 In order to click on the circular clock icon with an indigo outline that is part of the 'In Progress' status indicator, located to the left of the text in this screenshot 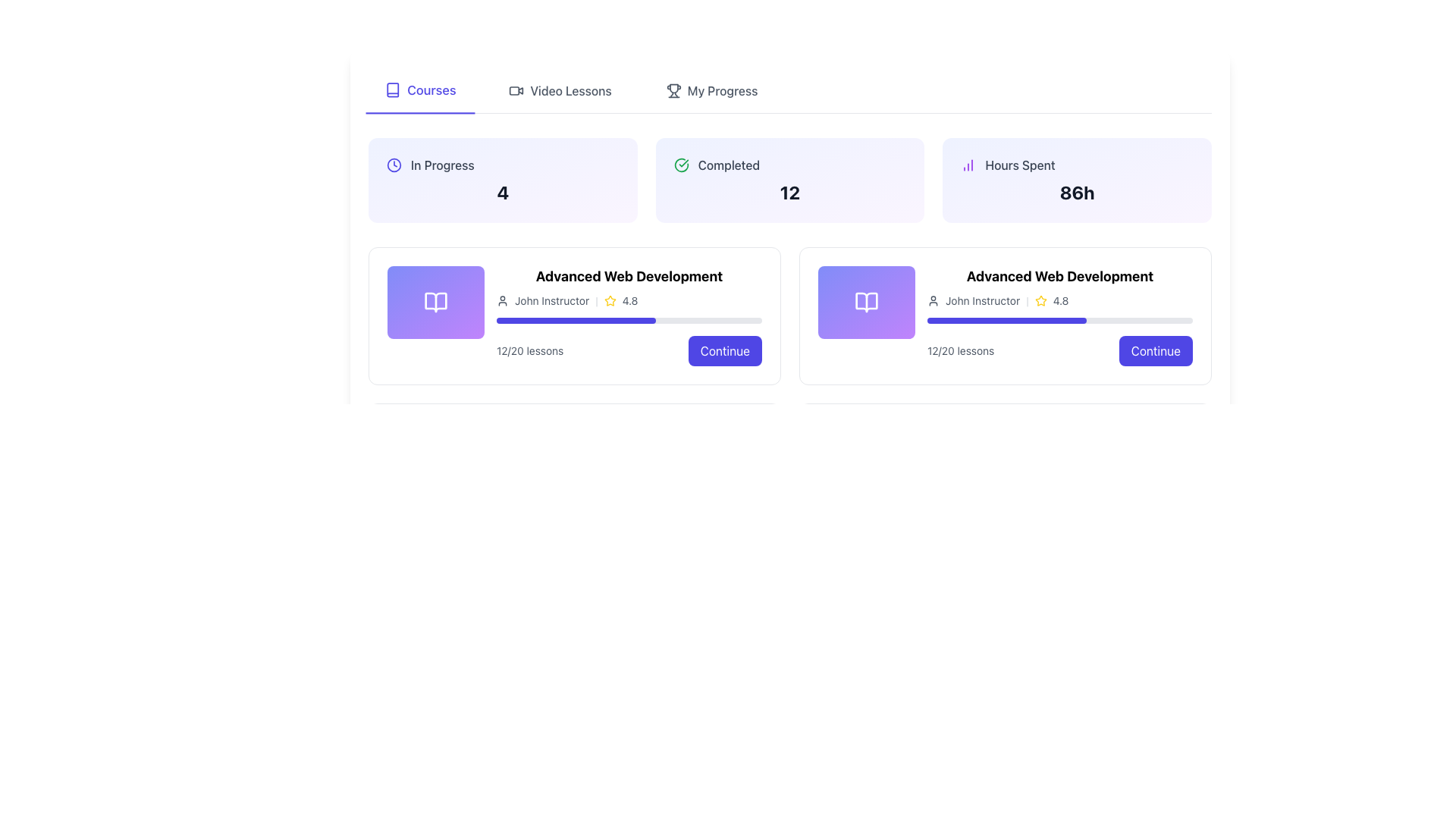, I will do `click(394, 165)`.